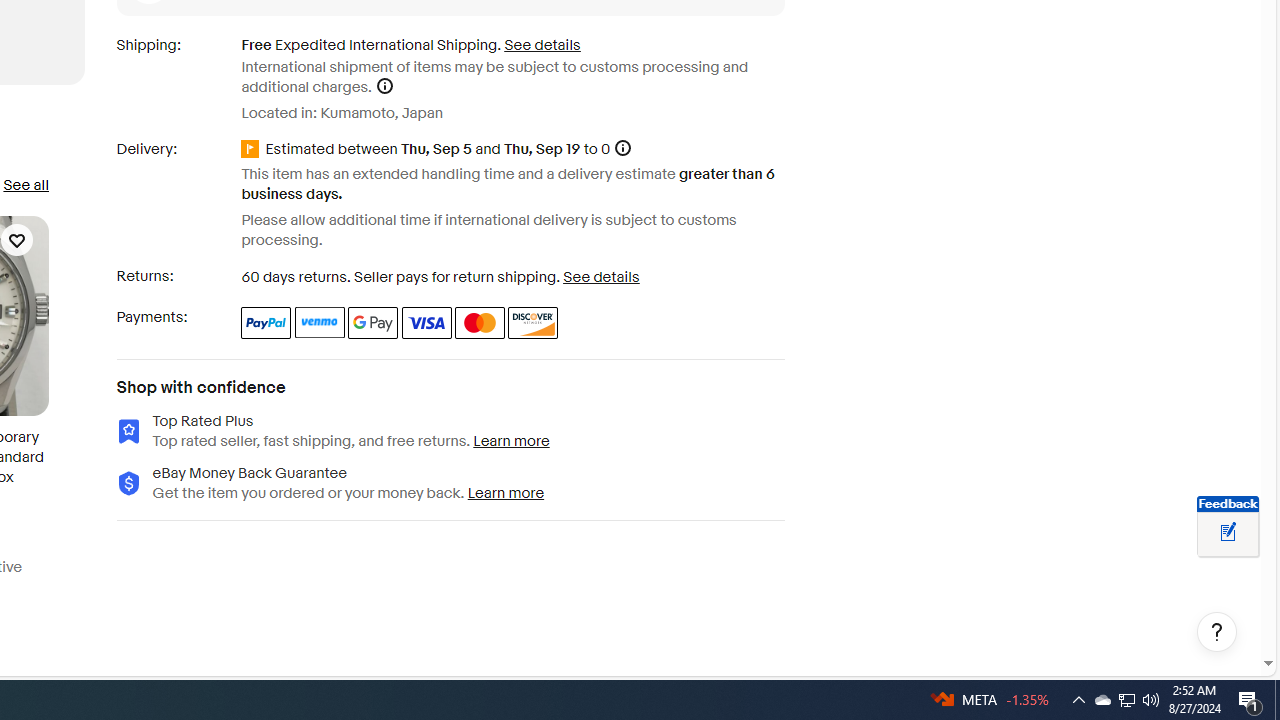 The width and height of the screenshot is (1280, 720). What do you see at coordinates (25, 185) in the screenshot?
I see `'See all'` at bounding box center [25, 185].